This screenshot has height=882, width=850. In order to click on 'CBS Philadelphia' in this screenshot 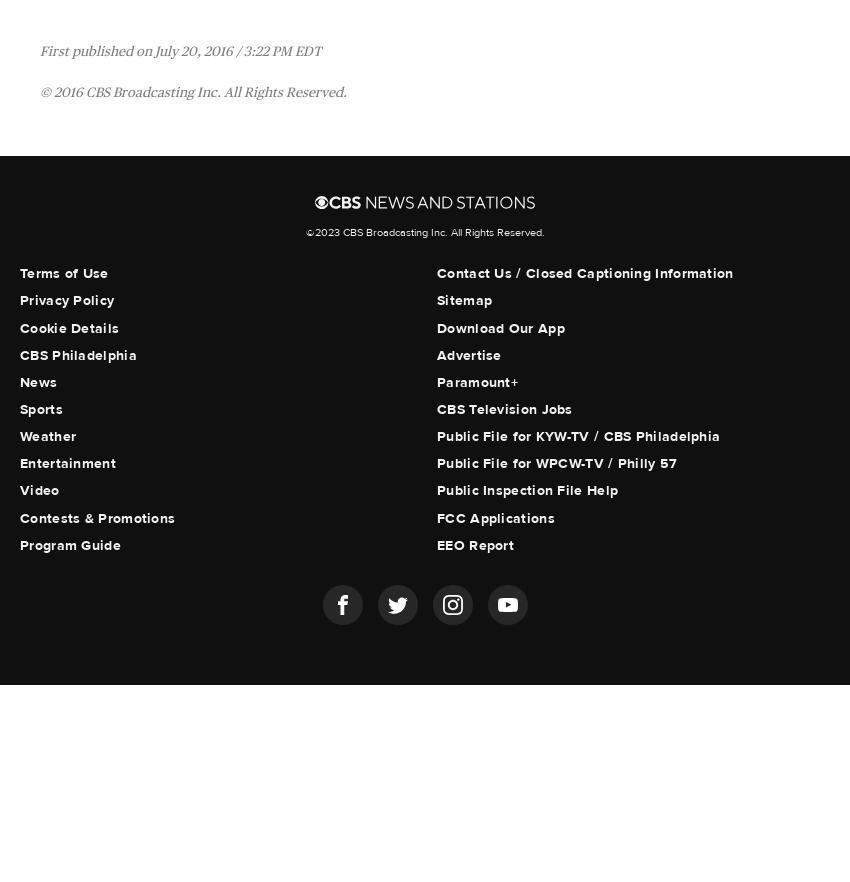, I will do `click(78, 354)`.